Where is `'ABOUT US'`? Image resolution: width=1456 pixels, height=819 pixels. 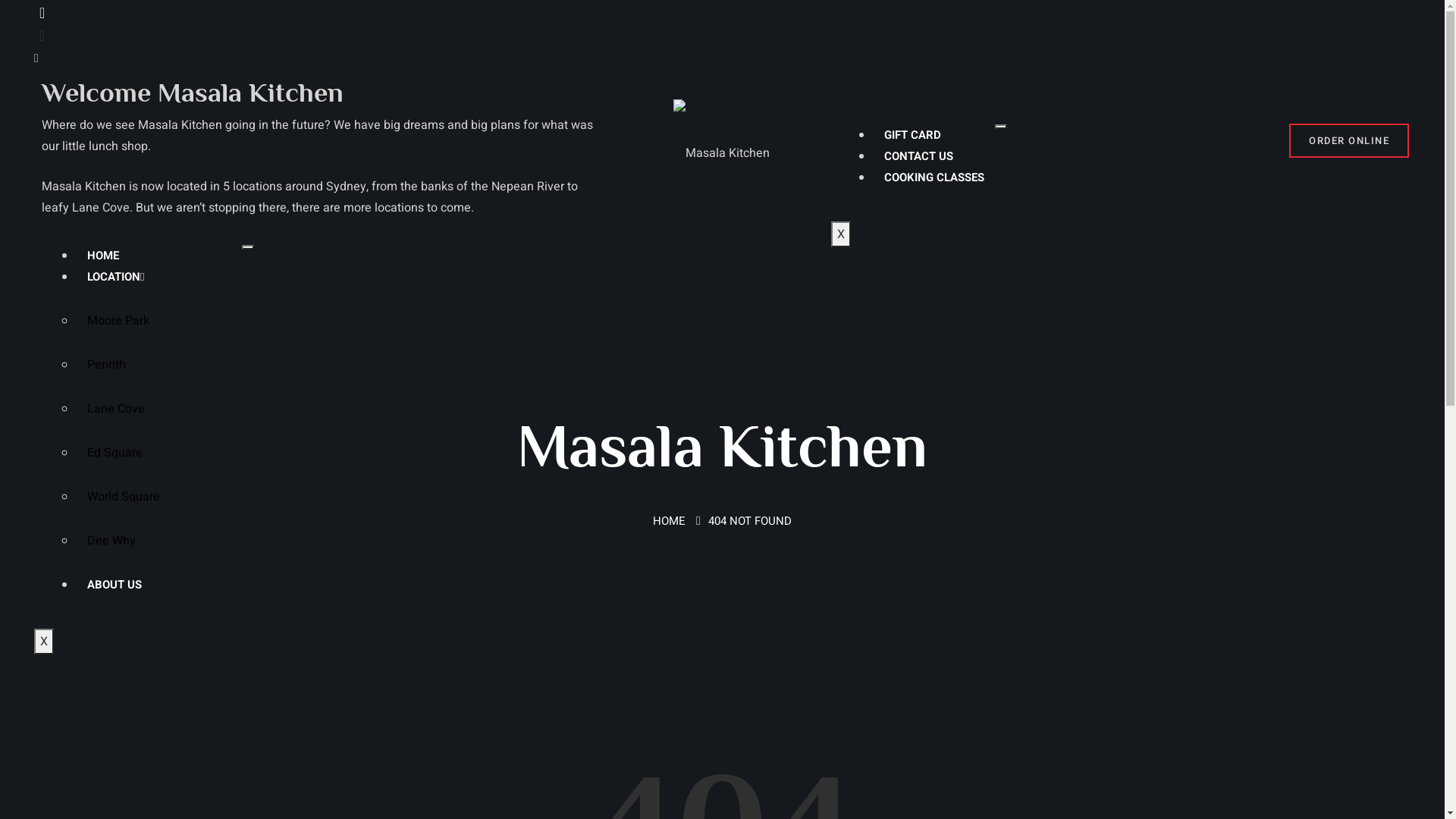
'ABOUT US' is located at coordinates (75, 584).